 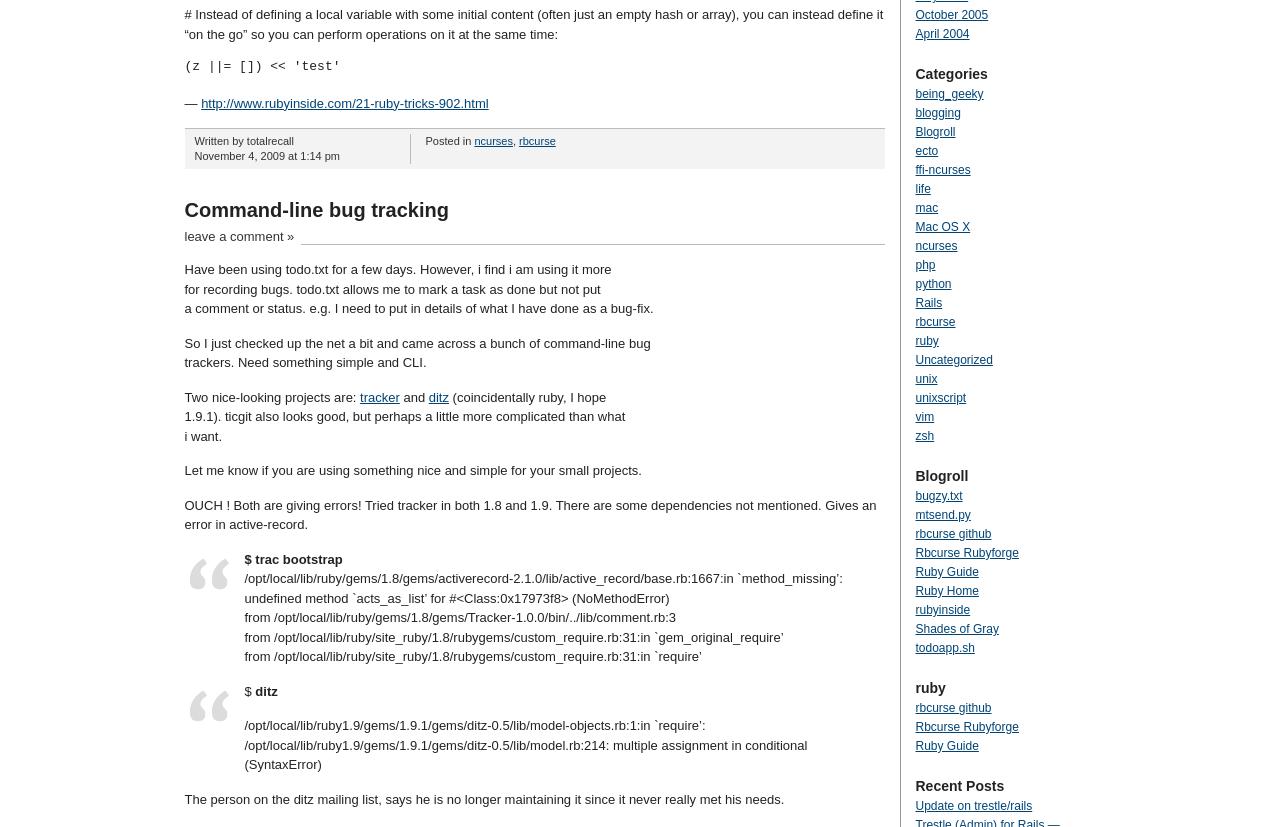 What do you see at coordinates (183, 23) in the screenshot?
I see `'# Instead of defining a local variable with some initial content (often just an empty hash or array), you can instead define it “on the go” so you can perform operations on it at the same time:'` at bounding box center [183, 23].